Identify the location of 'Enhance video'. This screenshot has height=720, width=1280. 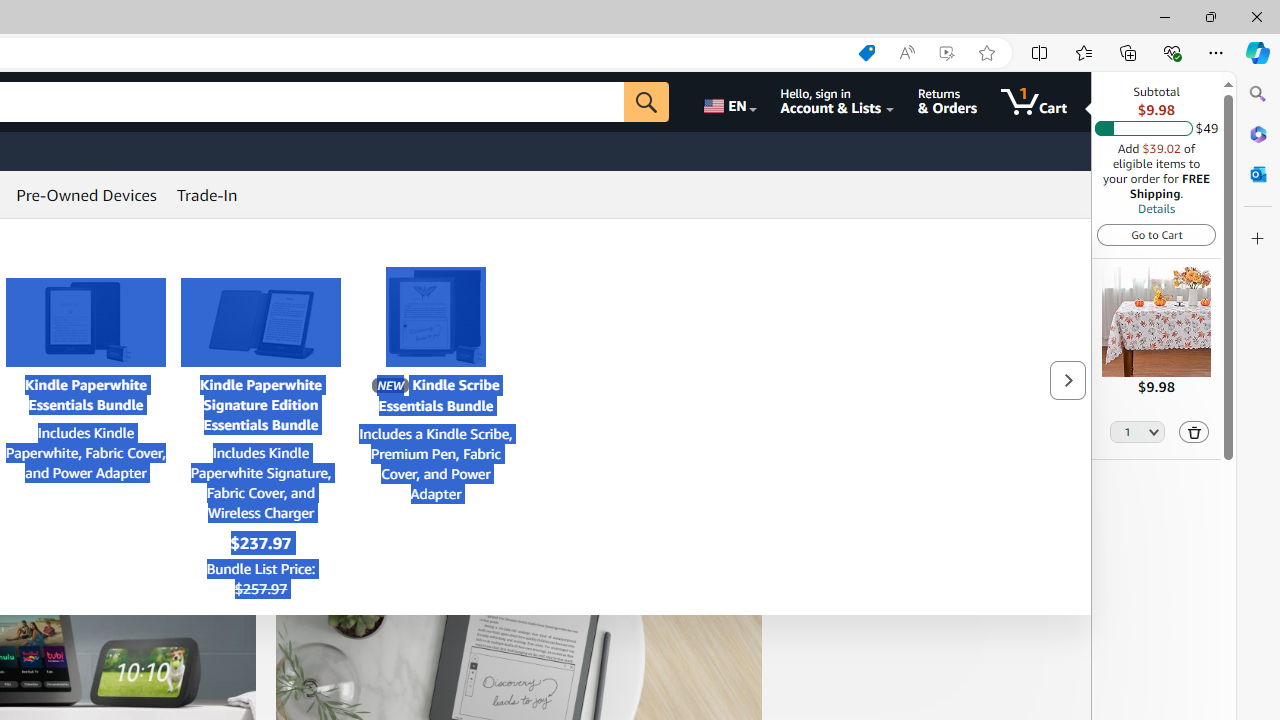
(945, 52).